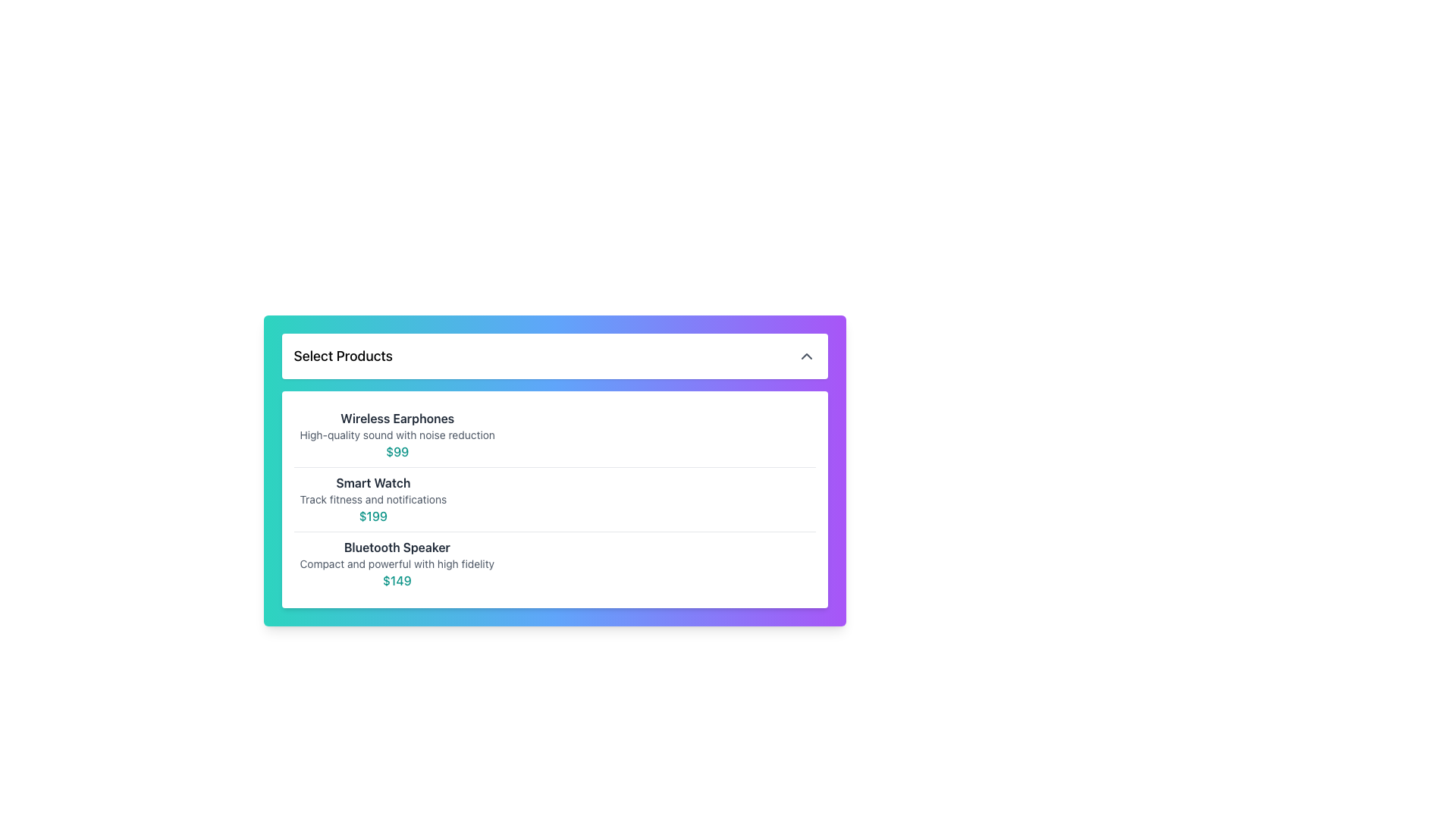 The image size is (1456, 819). Describe the element at coordinates (397, 547) in the screenshot. I see `the 'Bluetooth Speaker' text label at the top of the third product card` at that location.